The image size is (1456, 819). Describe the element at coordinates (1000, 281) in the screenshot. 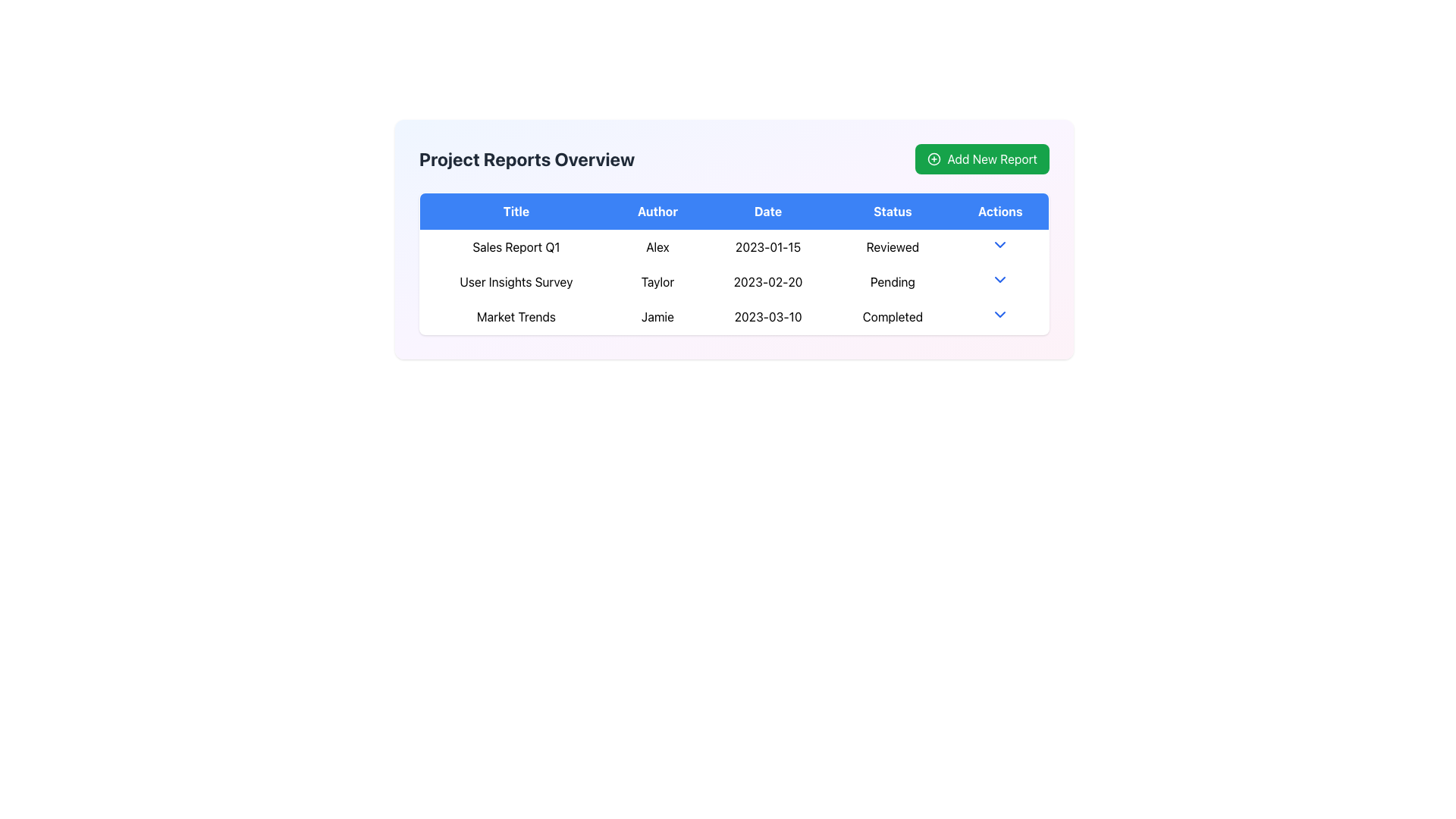

I see `the dropdown trigger icon in the last column of the 'User Insights Survey' row` at that location.